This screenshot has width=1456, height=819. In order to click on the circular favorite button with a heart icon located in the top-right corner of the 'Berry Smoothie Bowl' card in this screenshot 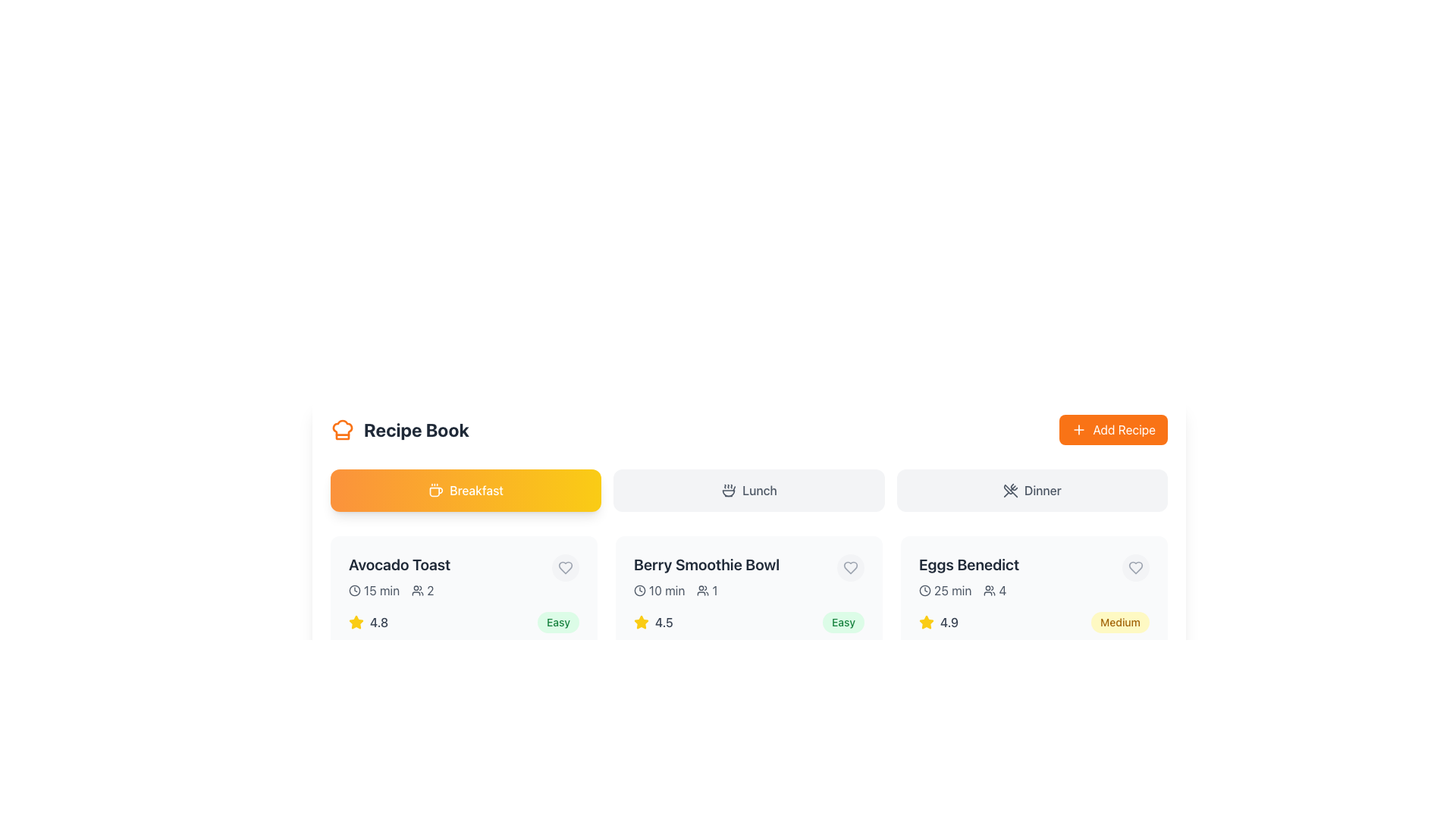, I will do `click(851, 567)`.